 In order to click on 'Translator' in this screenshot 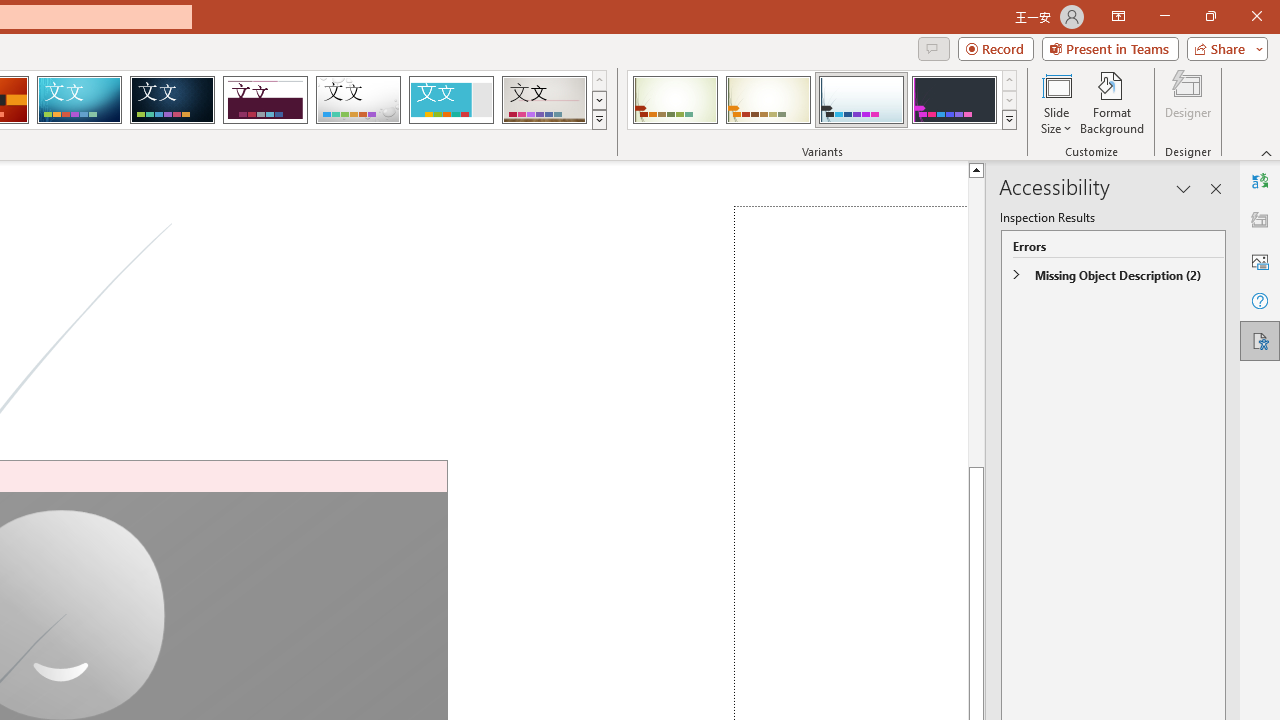, I will do `click(1259, 181)`.